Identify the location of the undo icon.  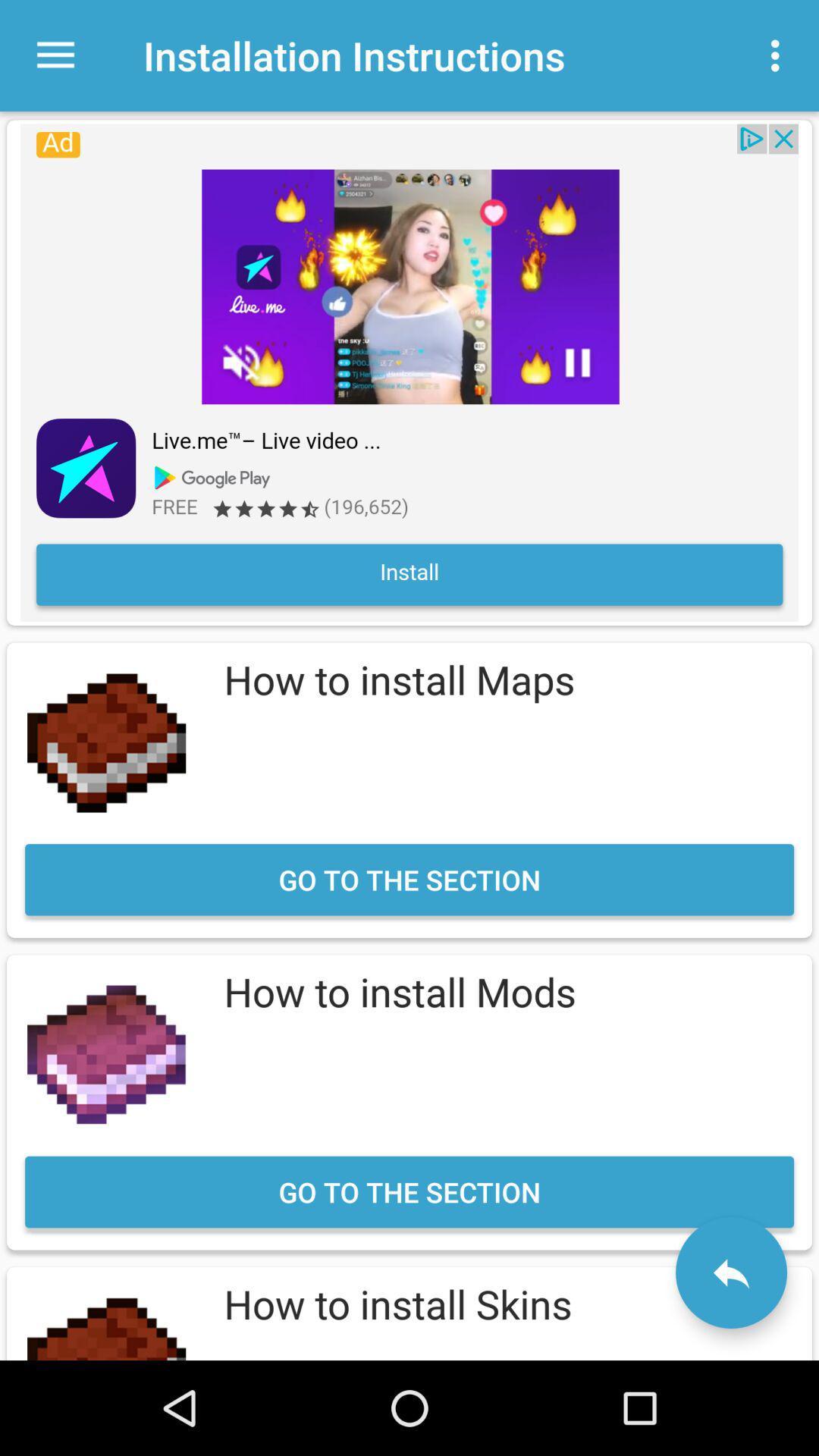
(730, 1272).